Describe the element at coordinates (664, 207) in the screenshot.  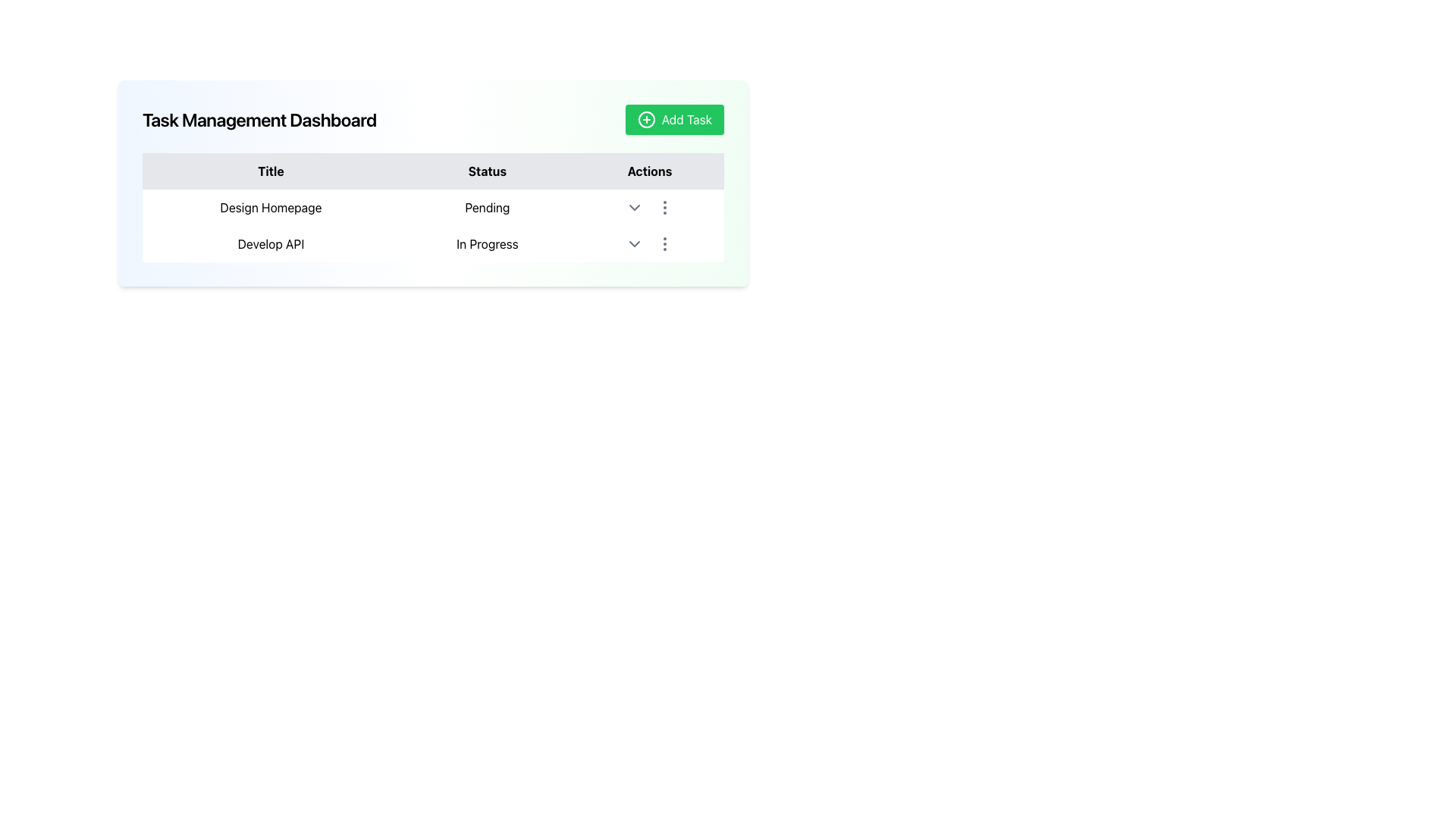
I see `the vertical ellipsis button in the 'Actions' column of the task table for the task titled 'Design Homepage'` at that location.